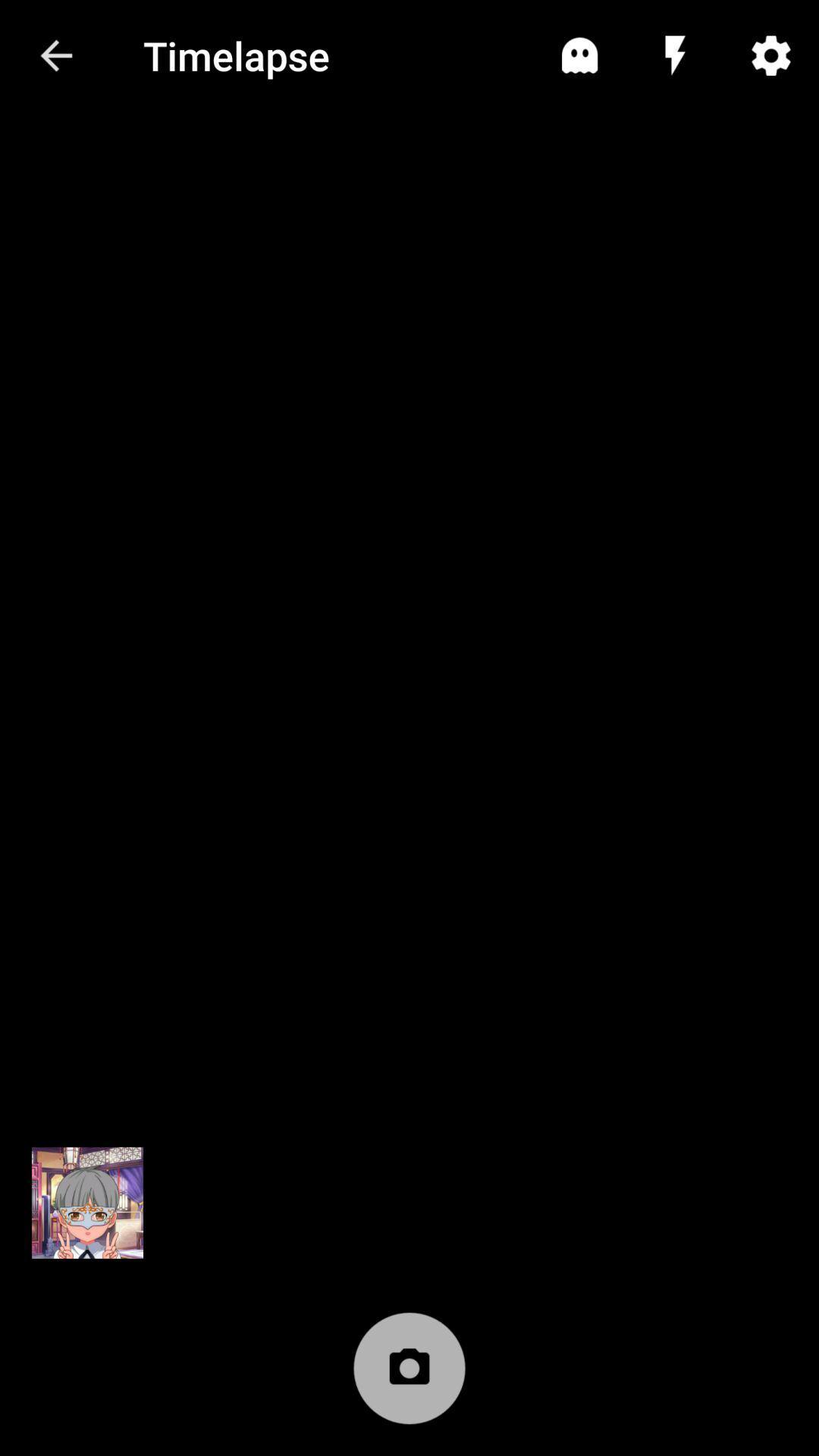 The image size is (819, 1456). Describe the element at coordinates (55, 55) in the screenshot. I see `item next to the timelapse item` at that location.